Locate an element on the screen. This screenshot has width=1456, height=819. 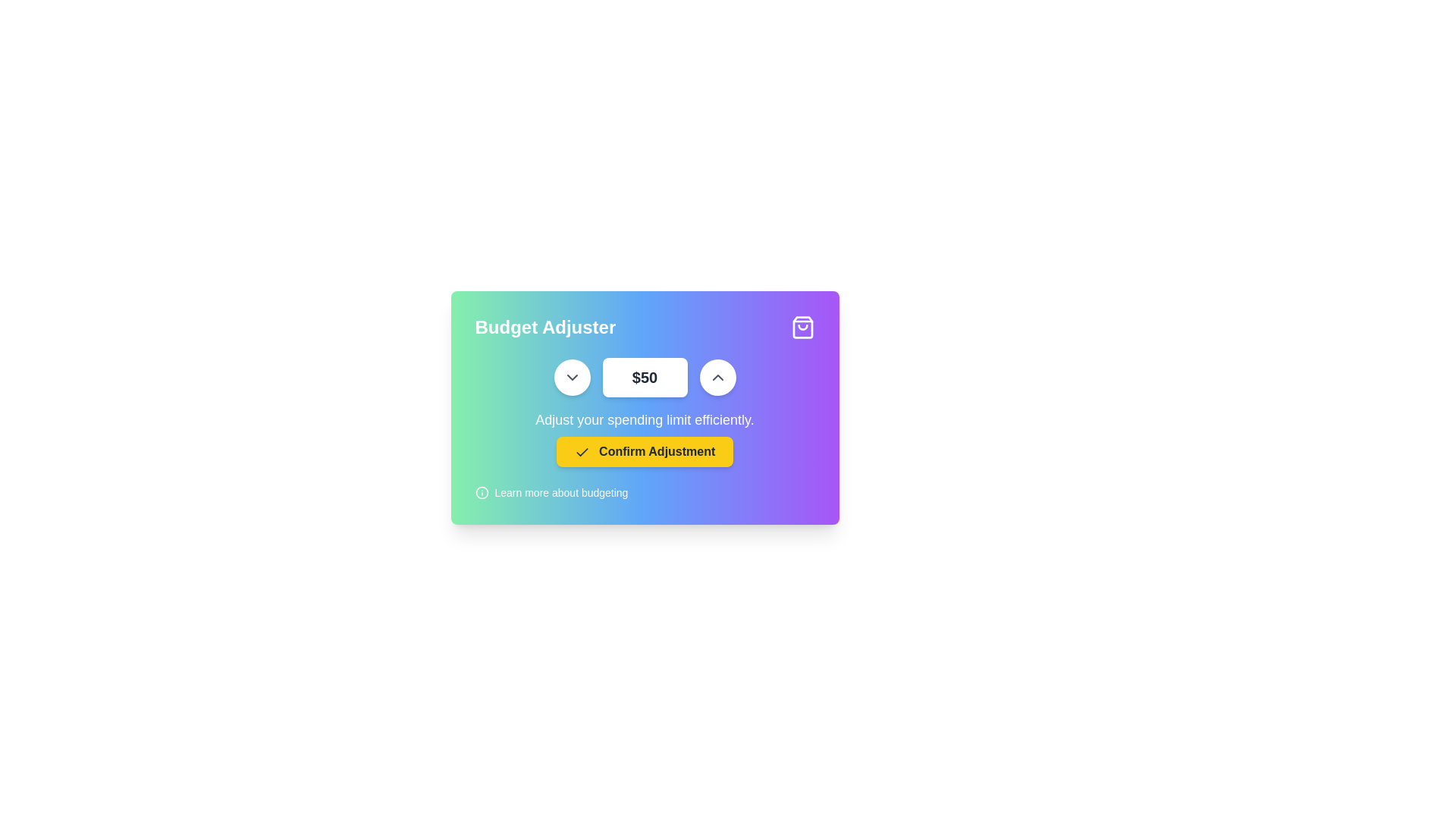
the icon located to the left of the text 'Learn more about budgeting' is located at coordinates (481, 493).